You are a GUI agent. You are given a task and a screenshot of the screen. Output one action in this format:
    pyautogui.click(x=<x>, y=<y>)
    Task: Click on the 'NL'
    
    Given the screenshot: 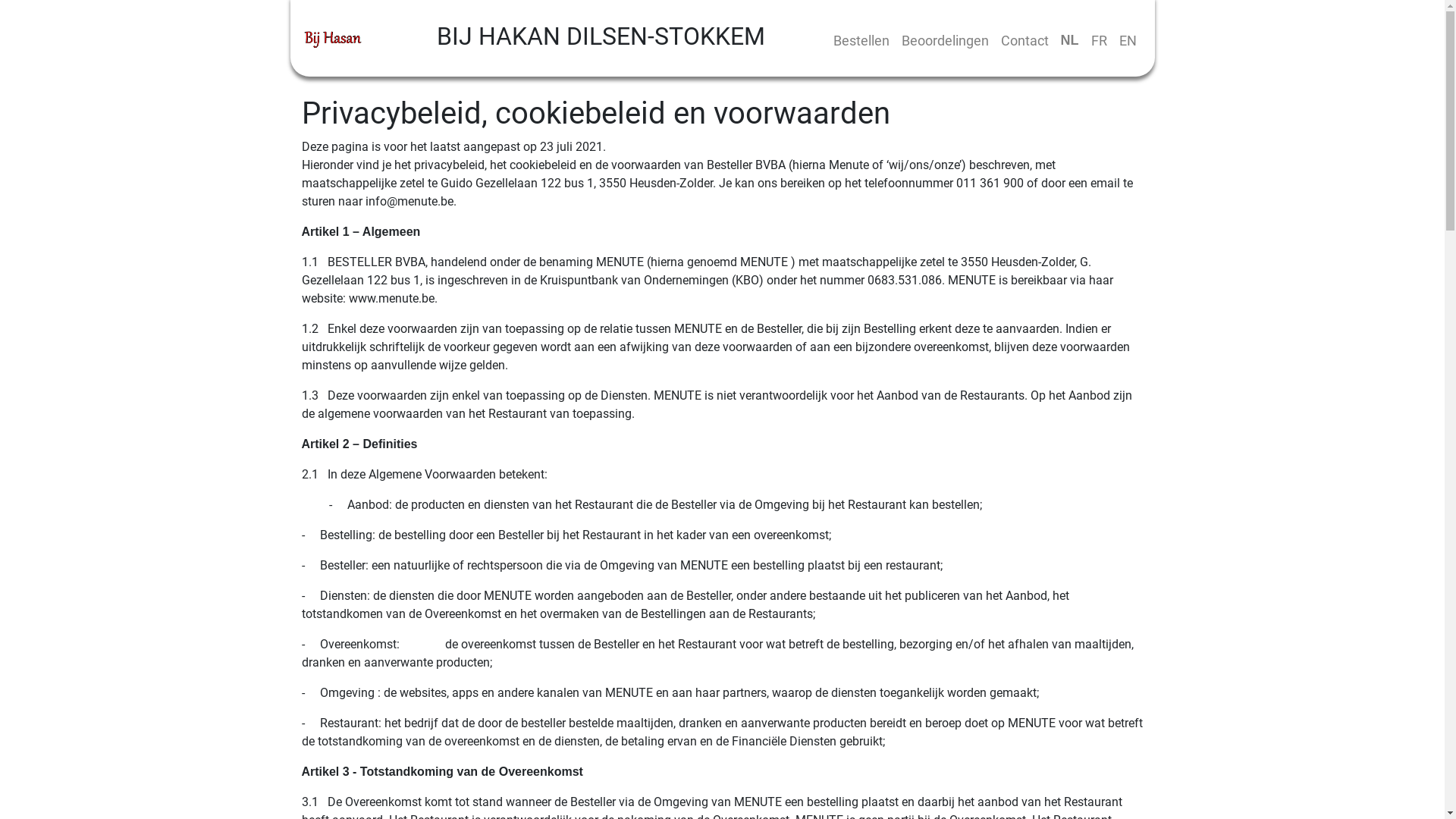 What is the action you would take?
    pyautogui.click(x=1068, y=39)
    